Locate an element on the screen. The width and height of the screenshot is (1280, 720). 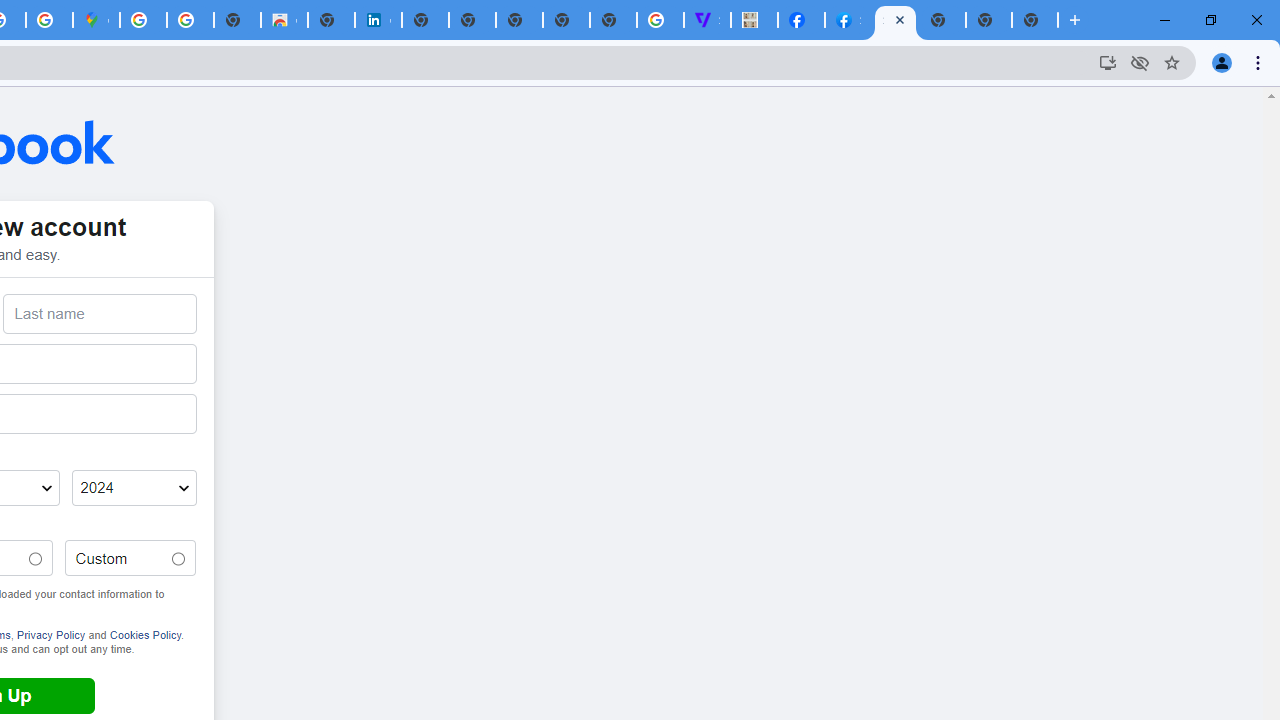
'Cookie Policy | LinkedIn' is located at coordinates (378, 20).